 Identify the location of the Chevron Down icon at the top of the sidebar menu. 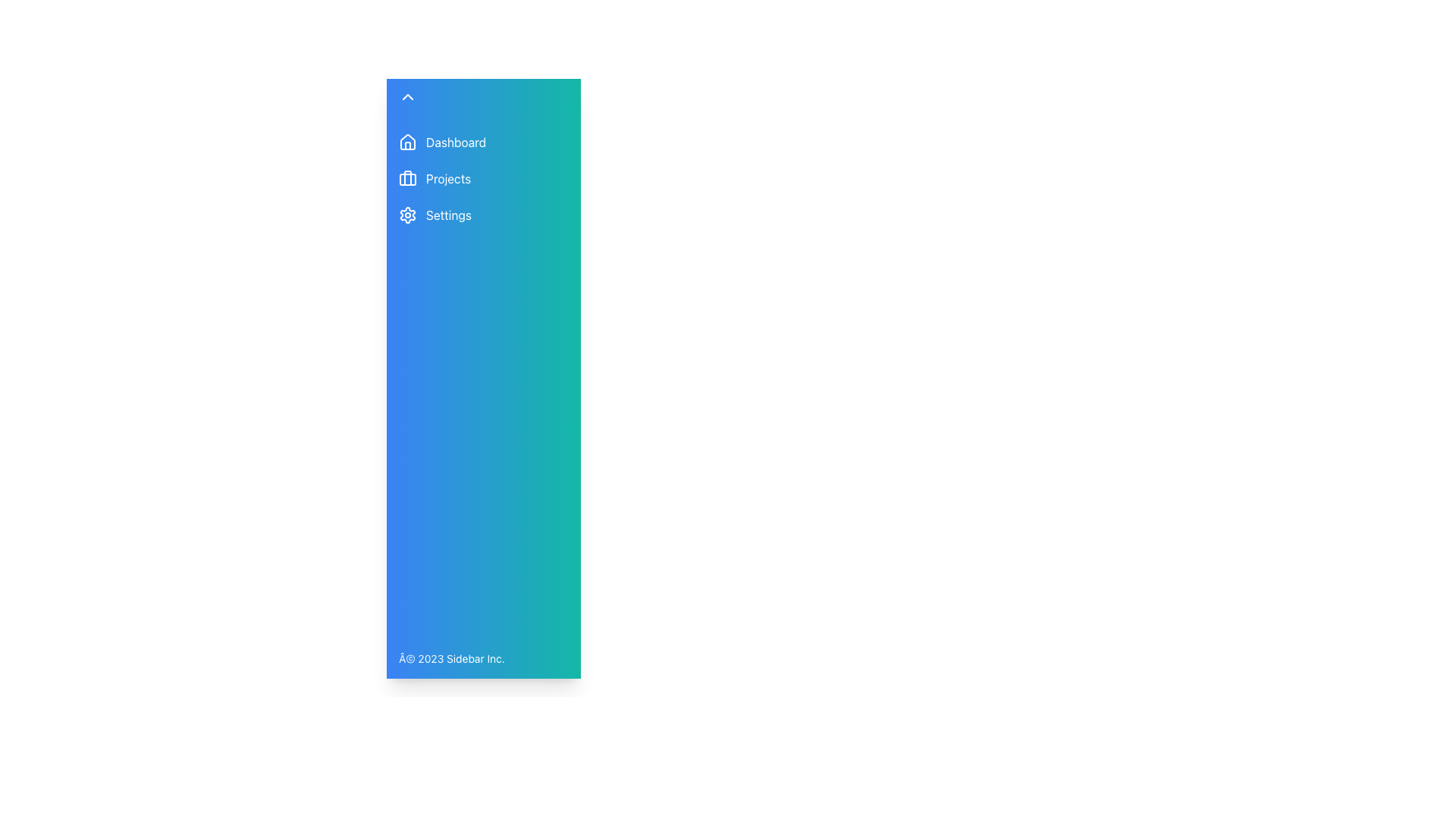
(407, 96).